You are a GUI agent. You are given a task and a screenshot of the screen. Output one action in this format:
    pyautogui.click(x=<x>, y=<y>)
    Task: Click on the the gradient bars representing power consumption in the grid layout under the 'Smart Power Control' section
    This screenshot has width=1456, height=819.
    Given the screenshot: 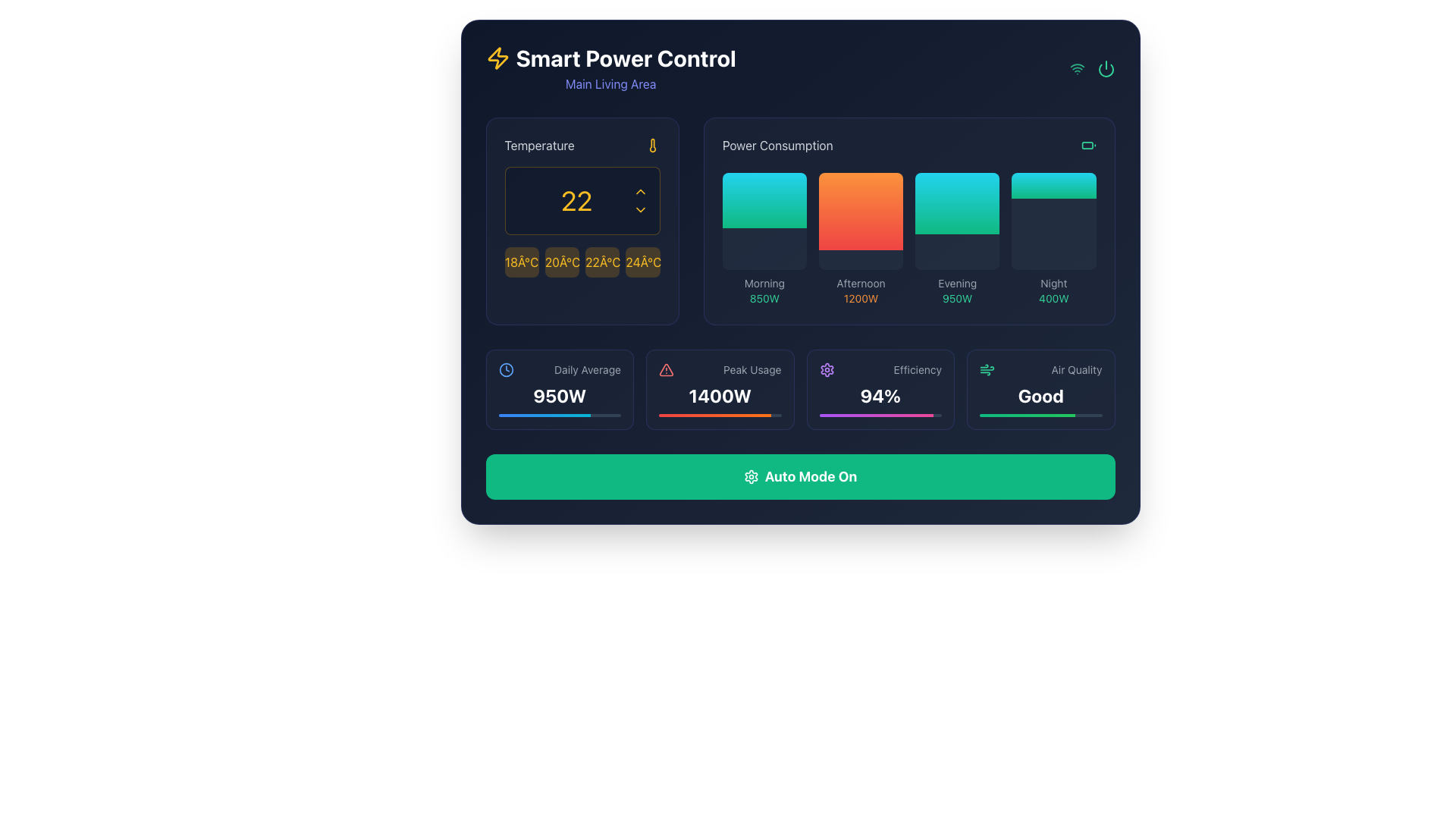 What is the action you would take?
    pyautogui.click(x=799, y=221)
    